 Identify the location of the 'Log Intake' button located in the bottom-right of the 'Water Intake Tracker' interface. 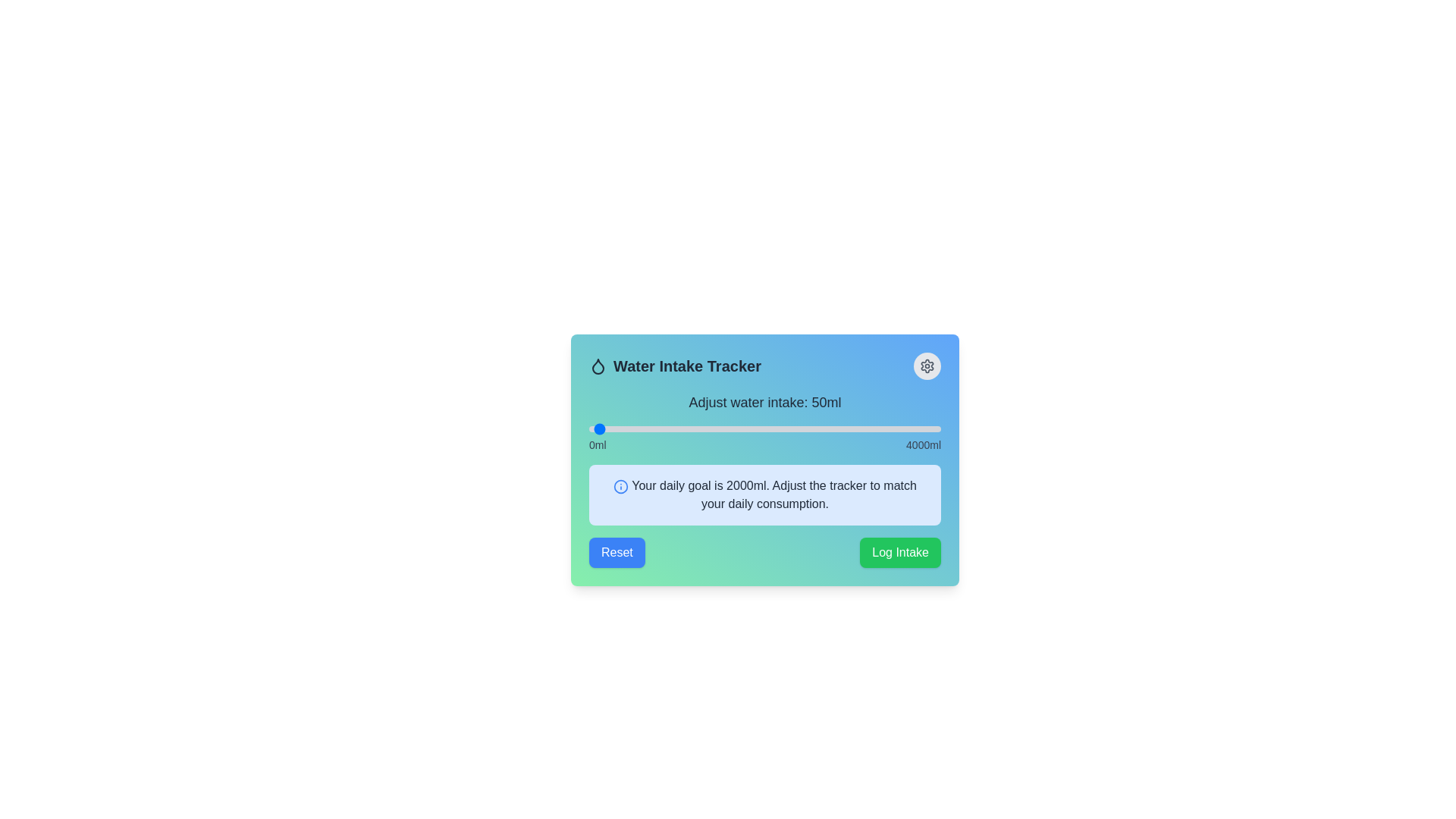
(900, 553).